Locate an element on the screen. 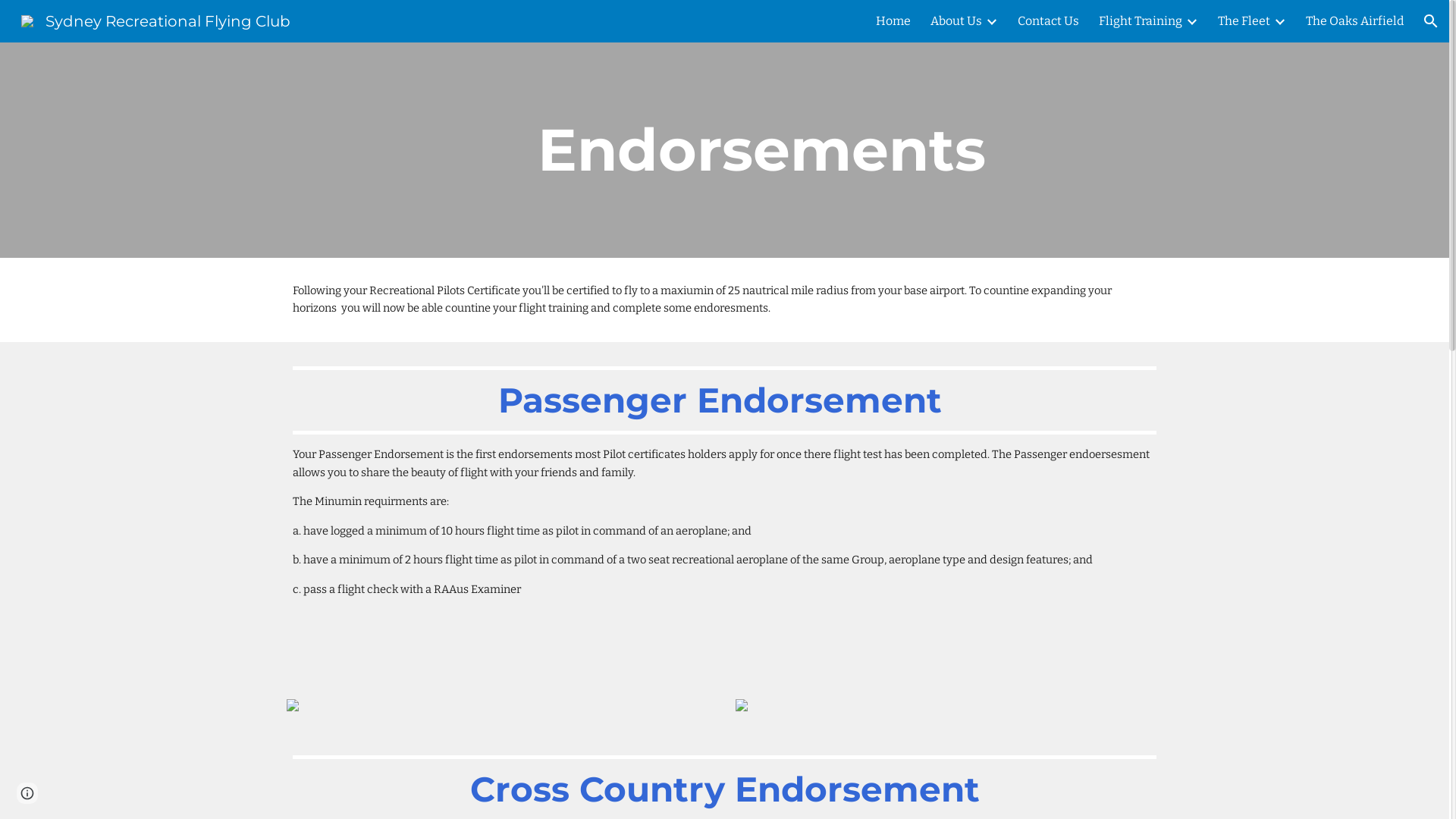  'Expand/Collapse' is located at coordinates (1278, 20).